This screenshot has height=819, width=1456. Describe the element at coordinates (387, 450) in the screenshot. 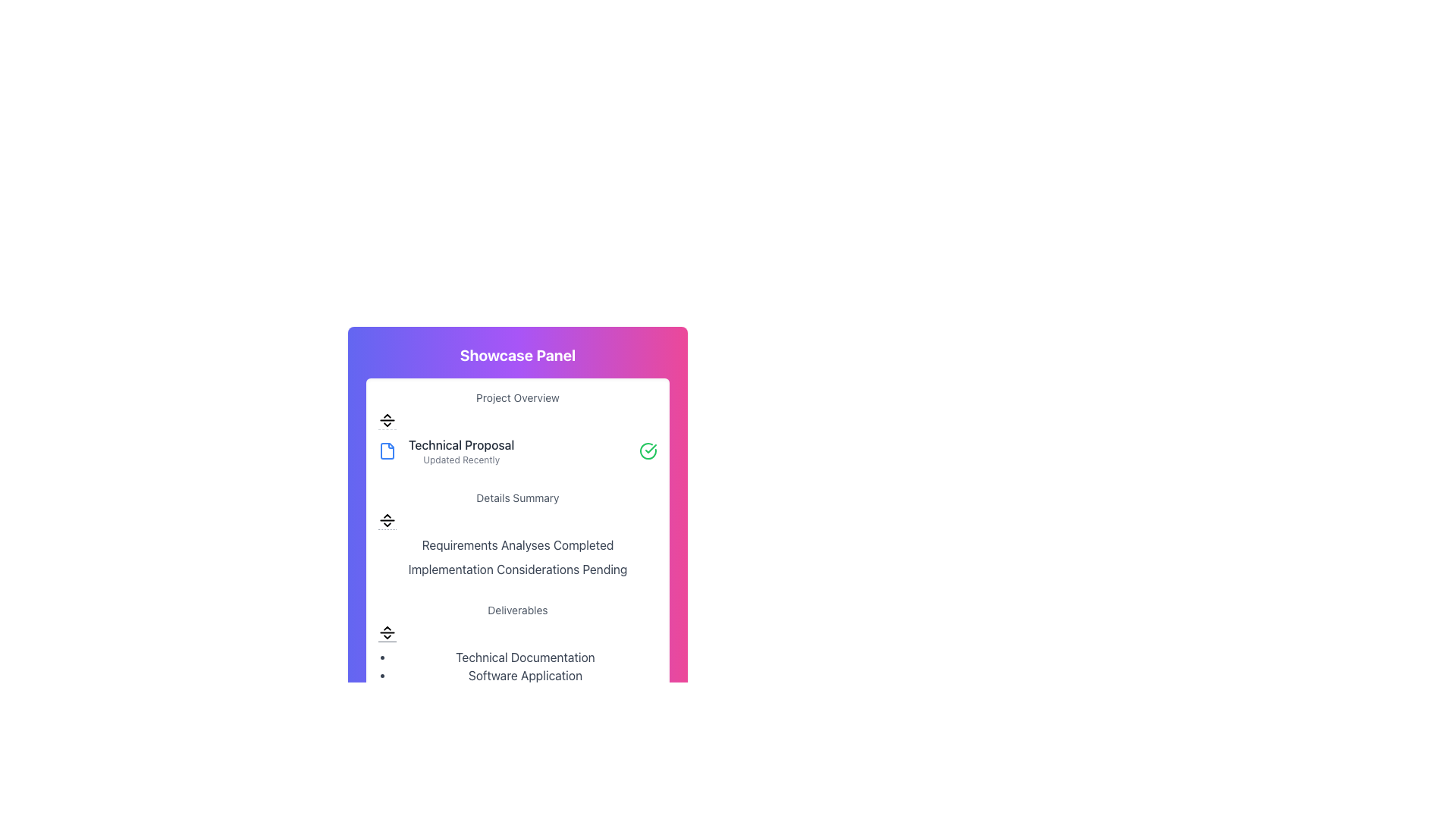

I see `the icon representing the 'Technical Proposal' located within the 'Showcase Panel' section, positioned to the left of the 'Technical Proposal' text` at that location.